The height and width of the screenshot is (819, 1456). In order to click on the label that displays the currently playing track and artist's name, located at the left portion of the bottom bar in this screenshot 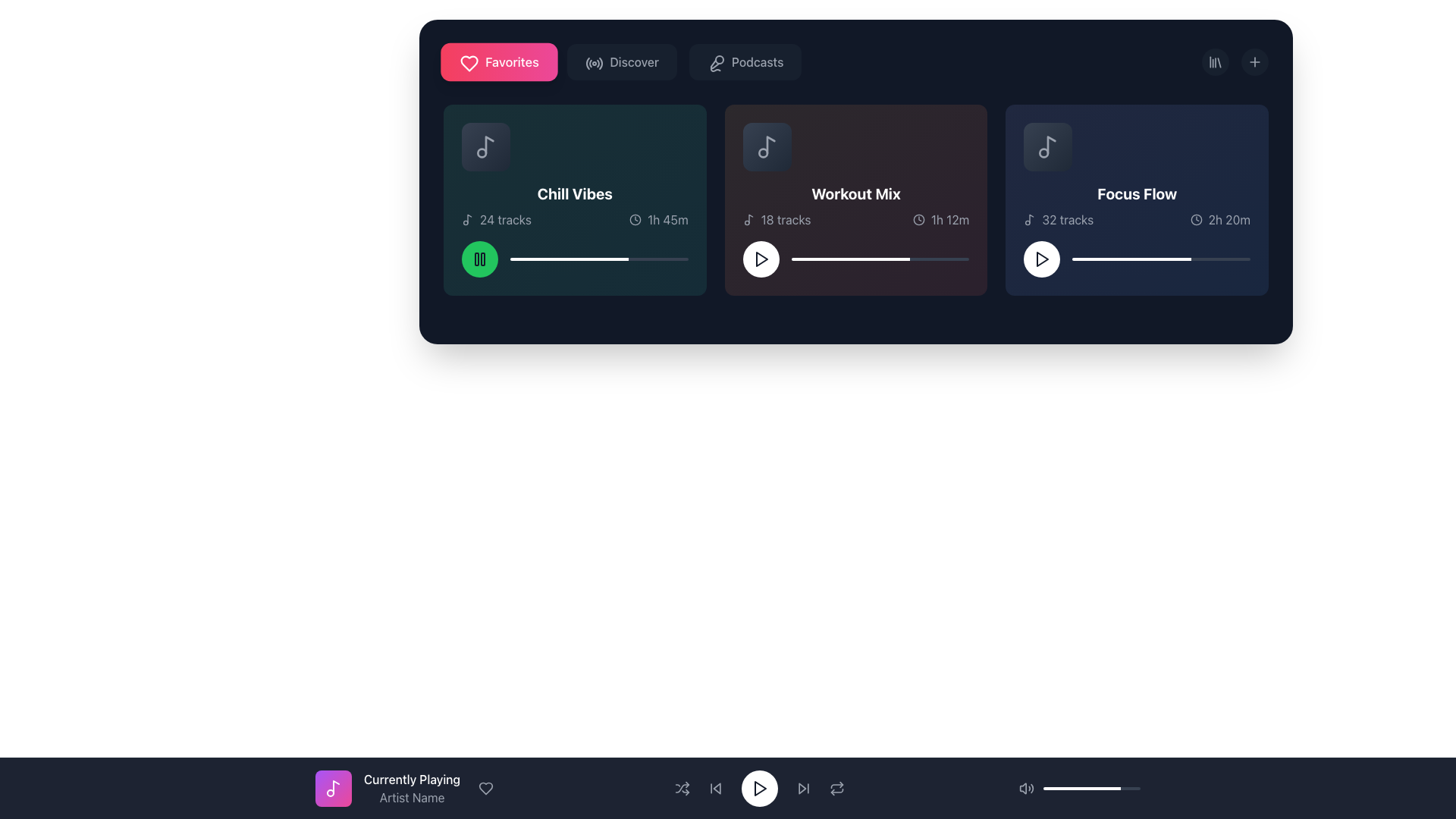, I will do `click(728, 788)`.